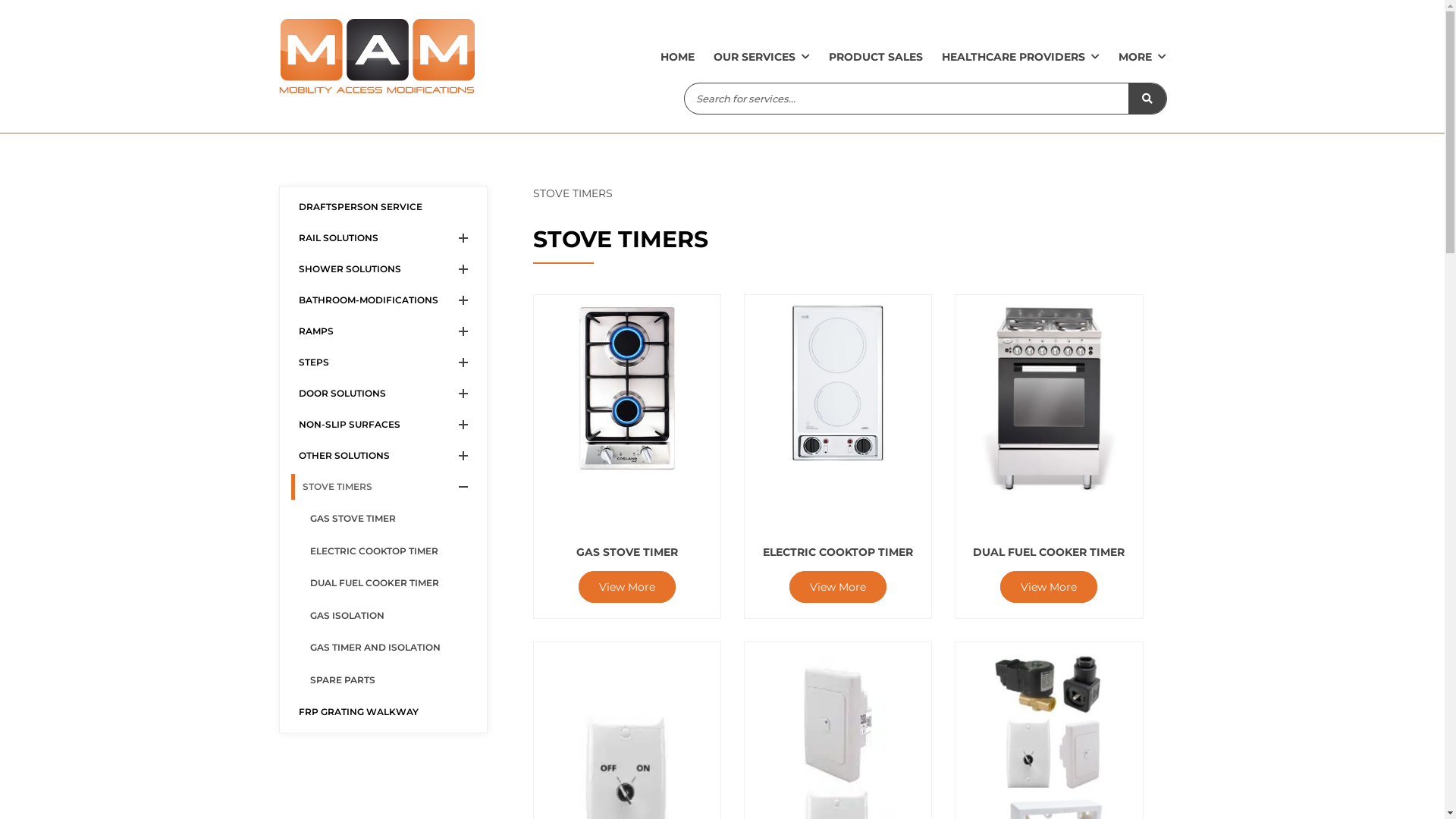 The height and width of the screenshot is (819, 1456). Describe the element at coordinates (369, 424) in the screenshot. I see `'NON-SLIP SURFACES'` at that location.